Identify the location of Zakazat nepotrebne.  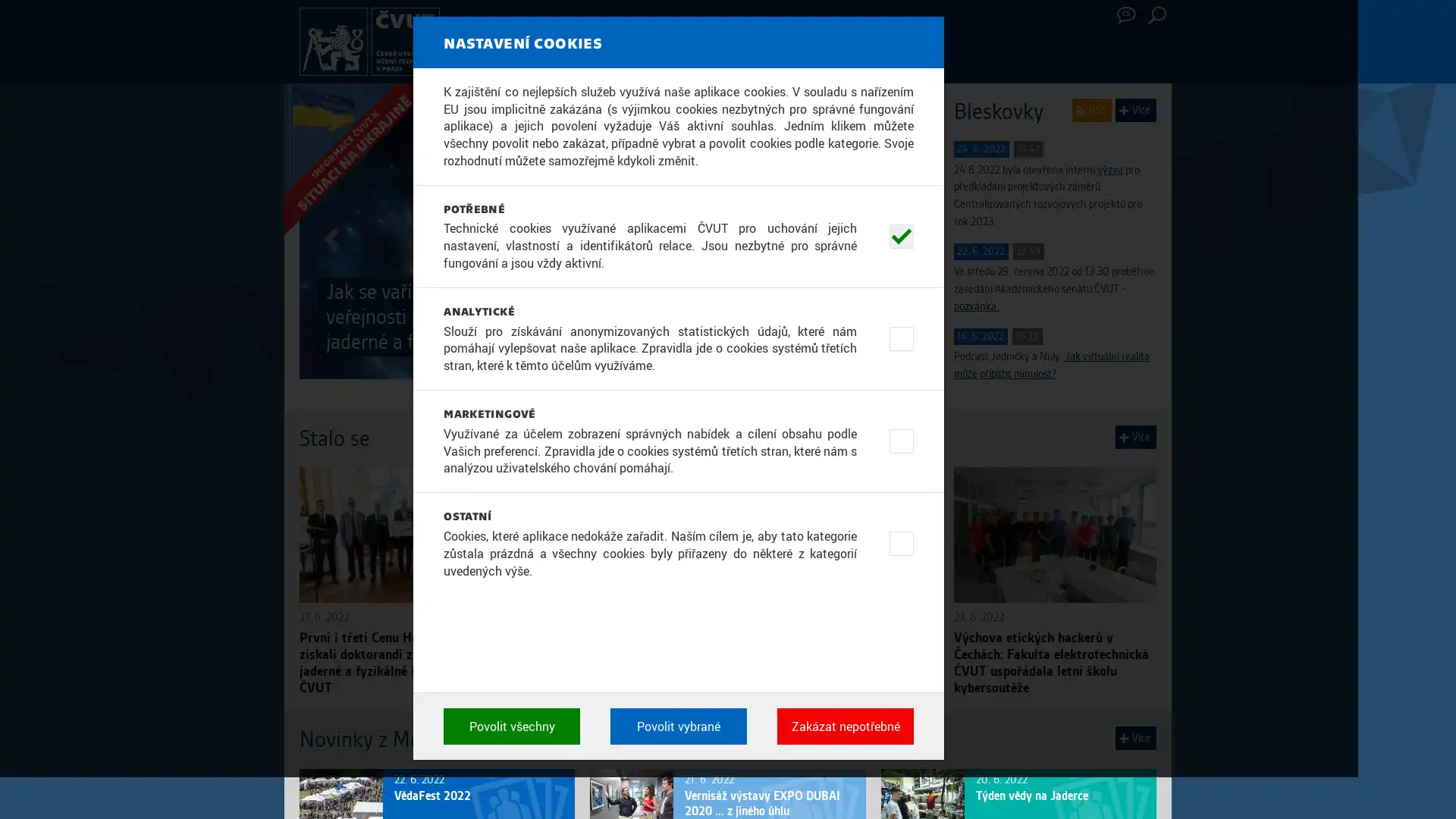
(895, 747).